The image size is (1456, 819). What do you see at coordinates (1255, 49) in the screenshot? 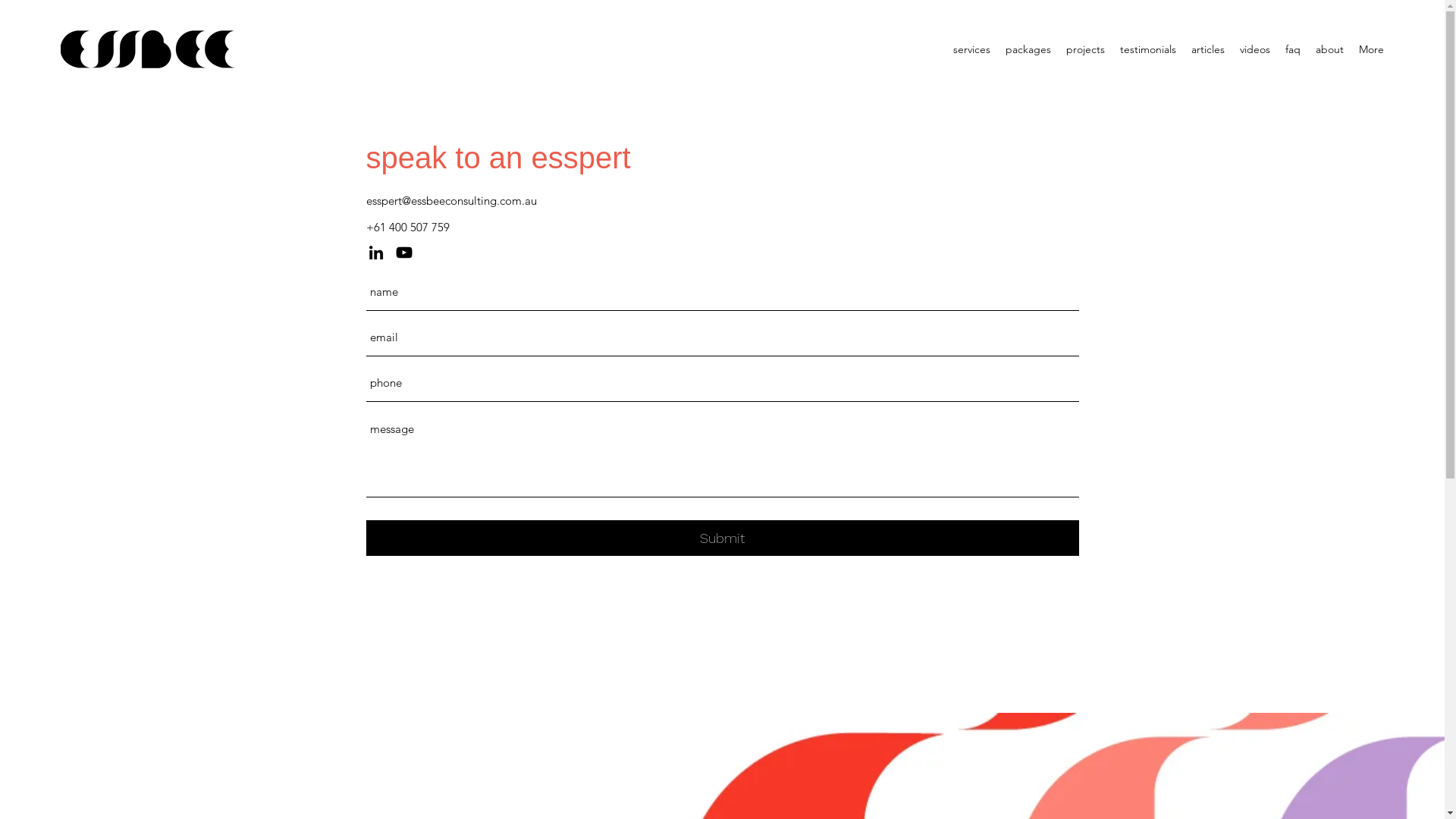
I see `'videos'` at bounding box center [1255, 49].